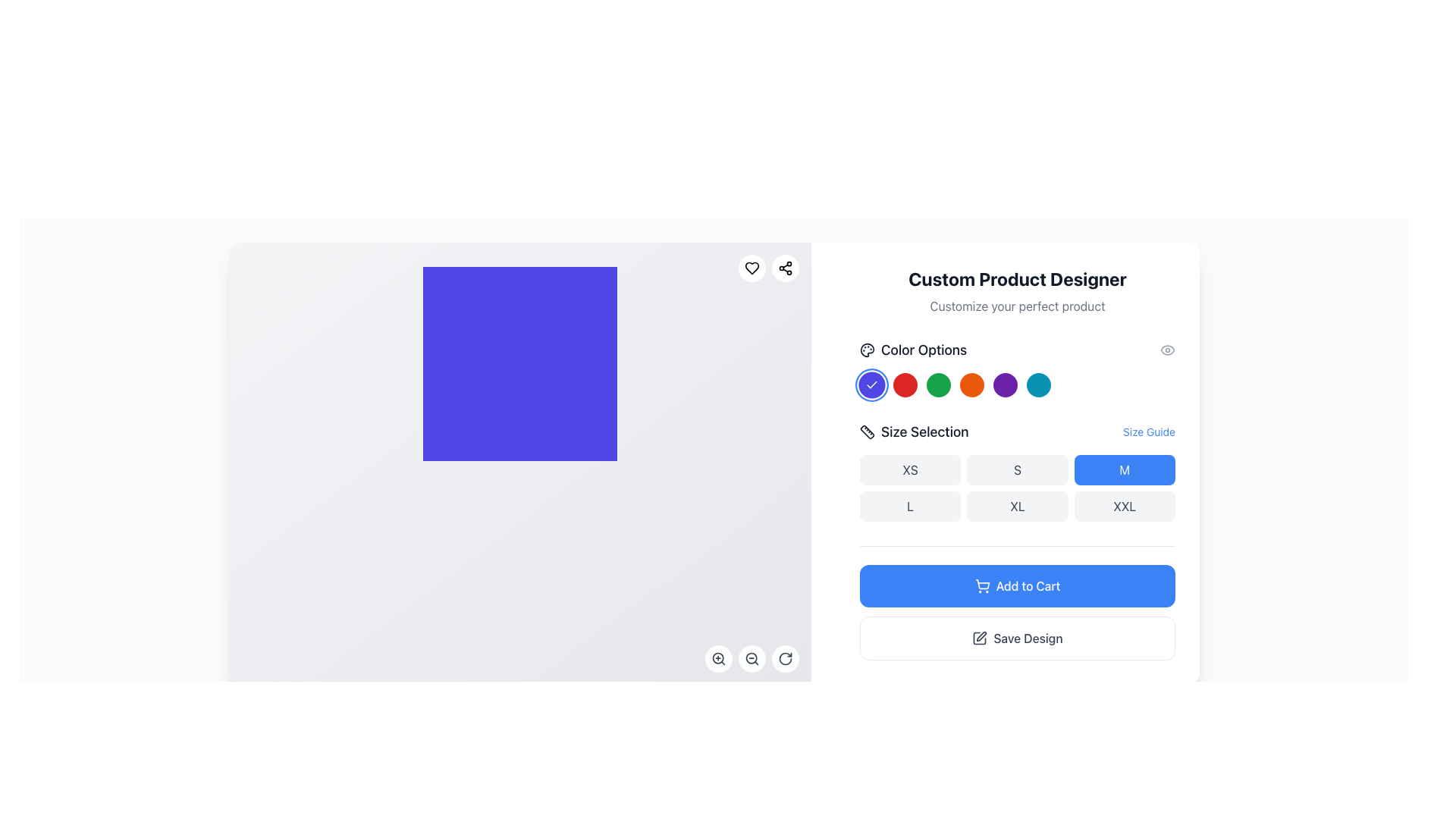  I want to click on the preview feature icon located at the far-right end of the row containing the 'Color Options' title, so click(1167, 350).